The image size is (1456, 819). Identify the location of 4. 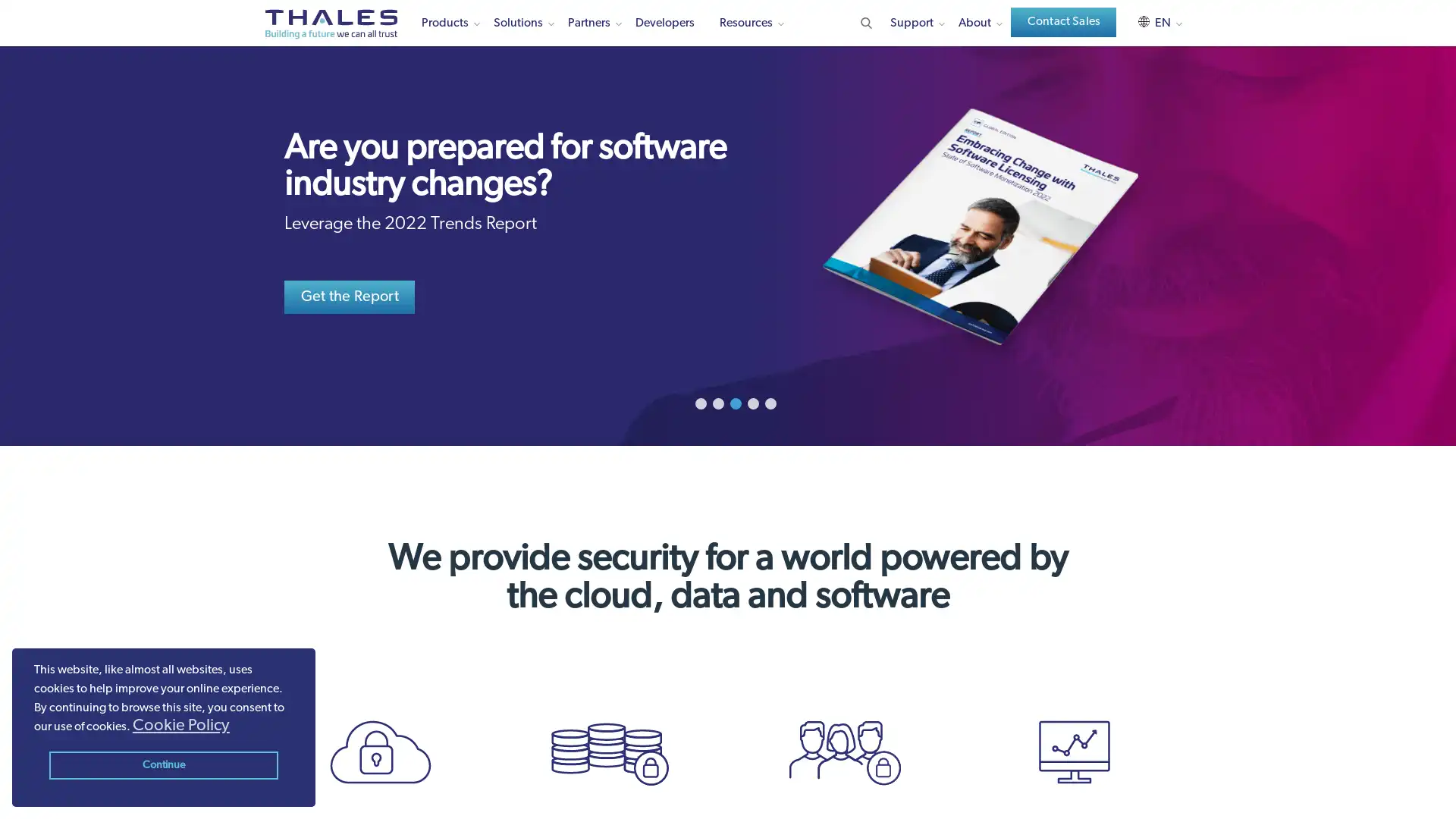
(752, 403).